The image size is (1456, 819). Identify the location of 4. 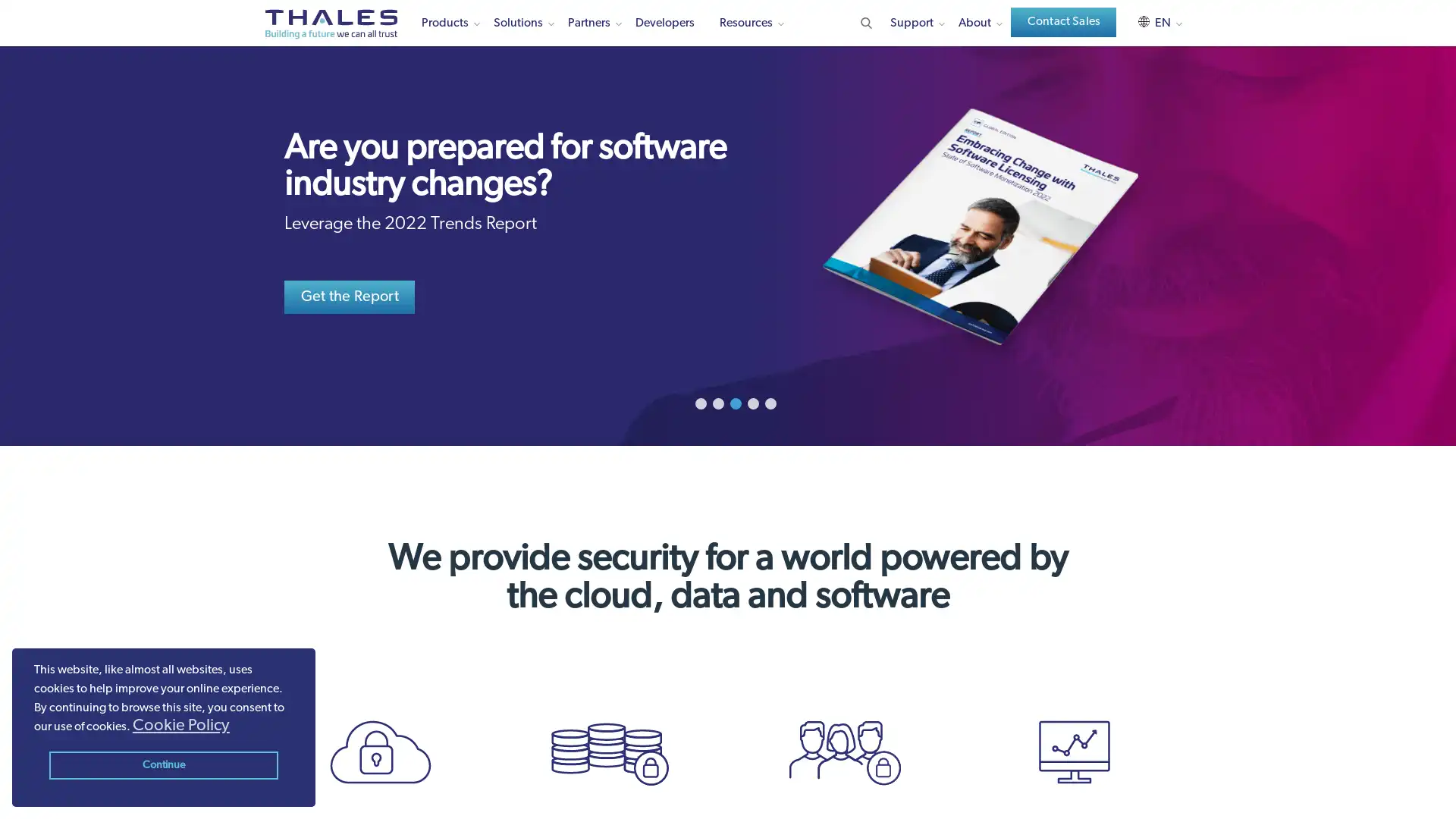
(752, 403).